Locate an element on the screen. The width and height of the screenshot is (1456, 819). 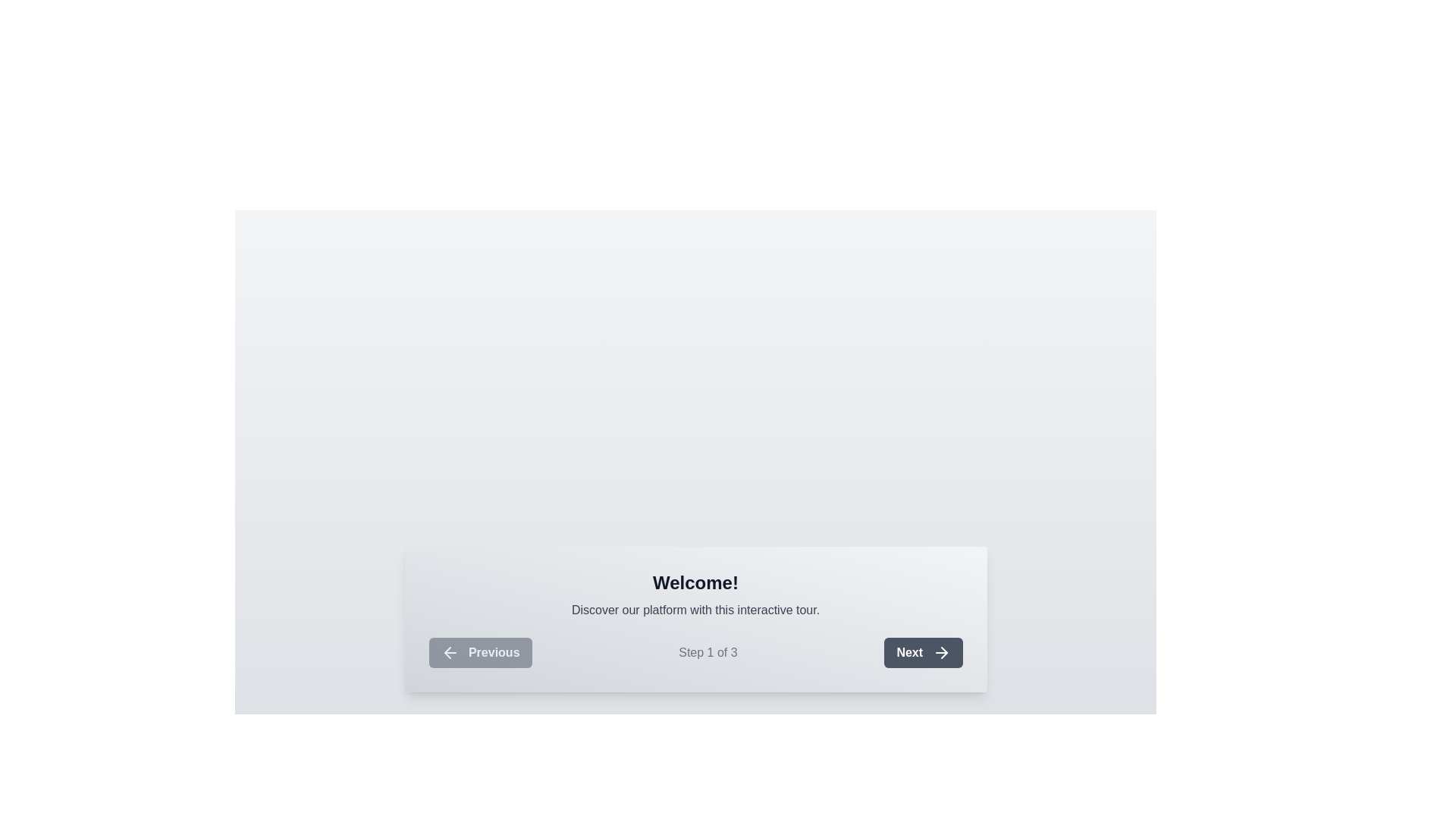
the text element that displays 'Discover our platform with this interactive tour.' which is styled in light gray and is located directly below the 'Welcome!' text is located at coordinates (695, 609).